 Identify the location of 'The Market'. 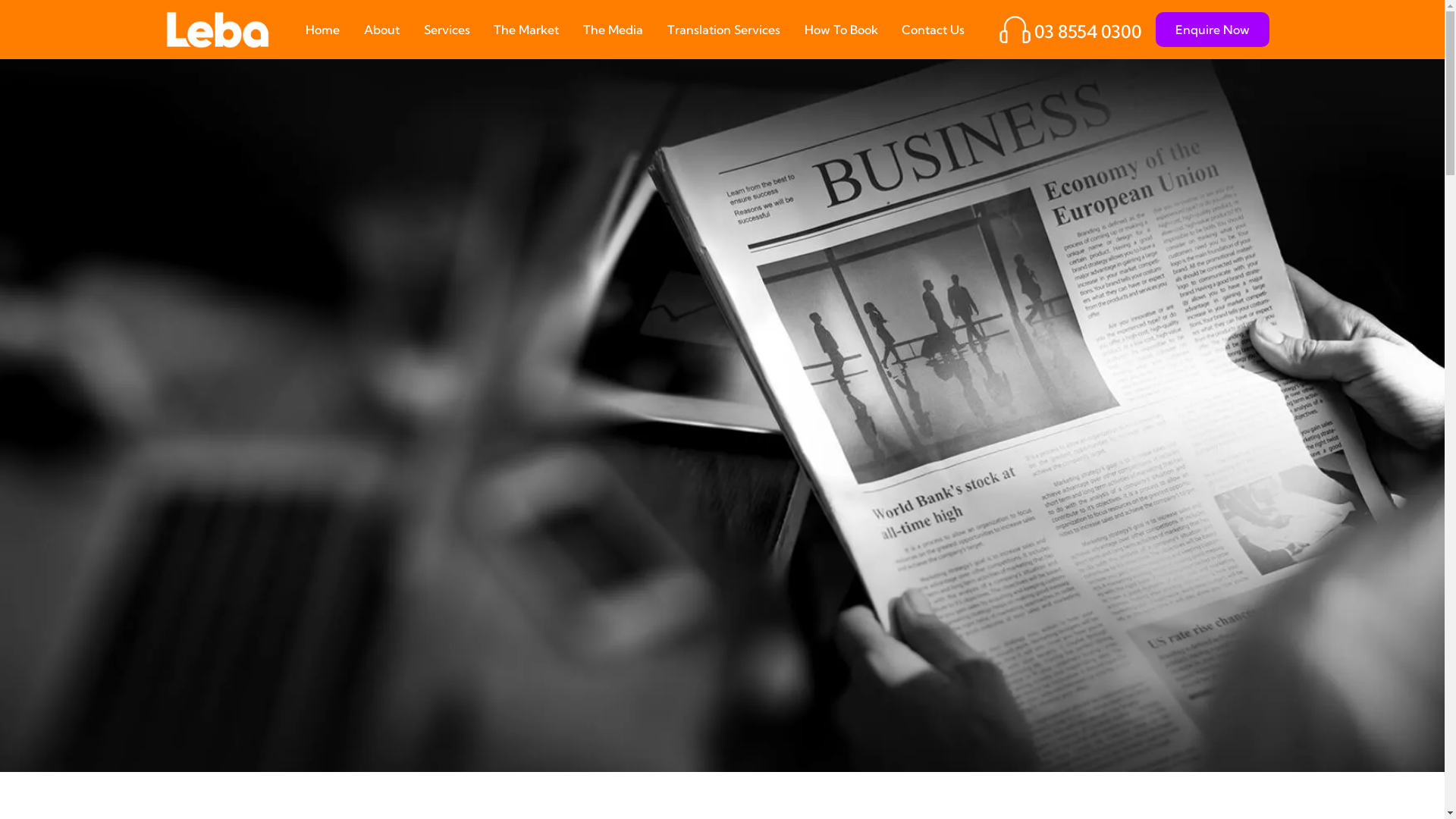
(482, 29).